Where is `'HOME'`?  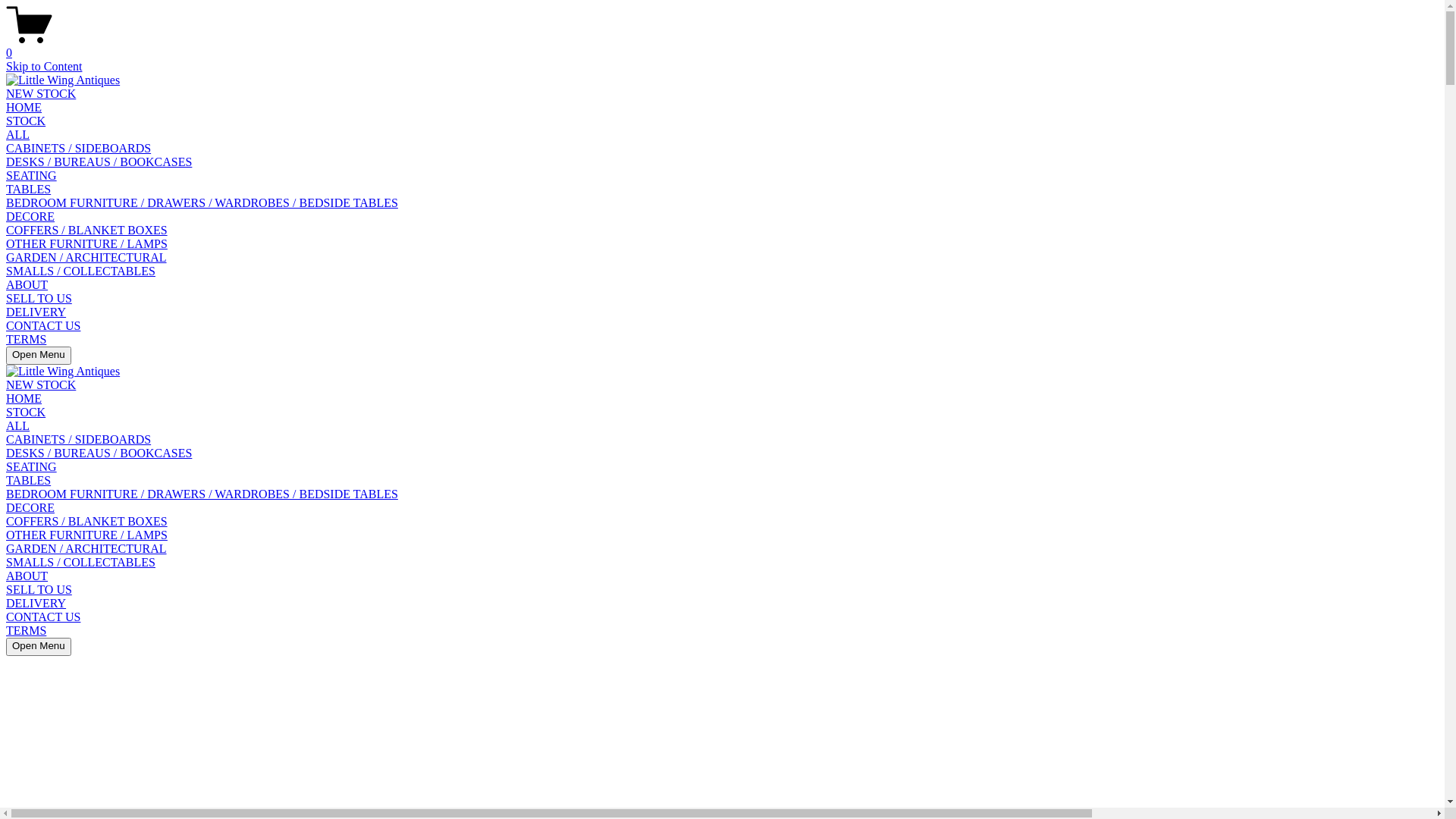 'HOME' is located at coordinates (24, 106).